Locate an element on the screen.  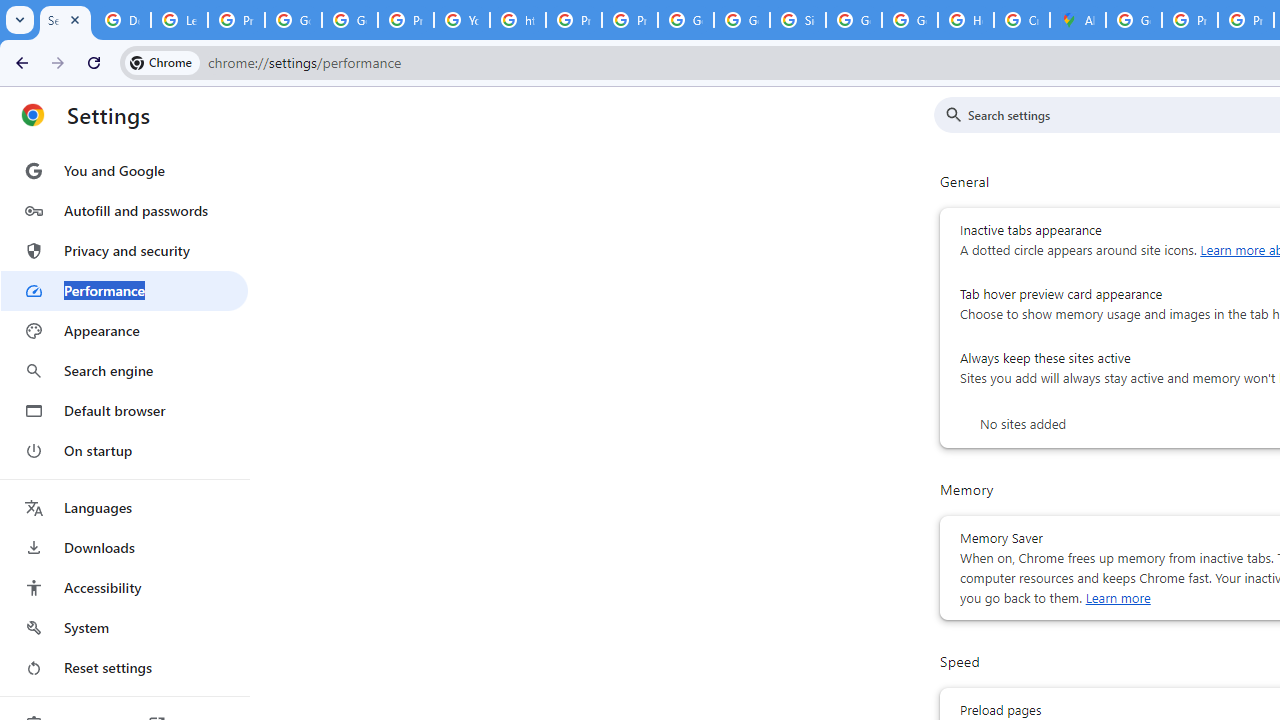
'You and Google' is located at coordinates (123, 170).